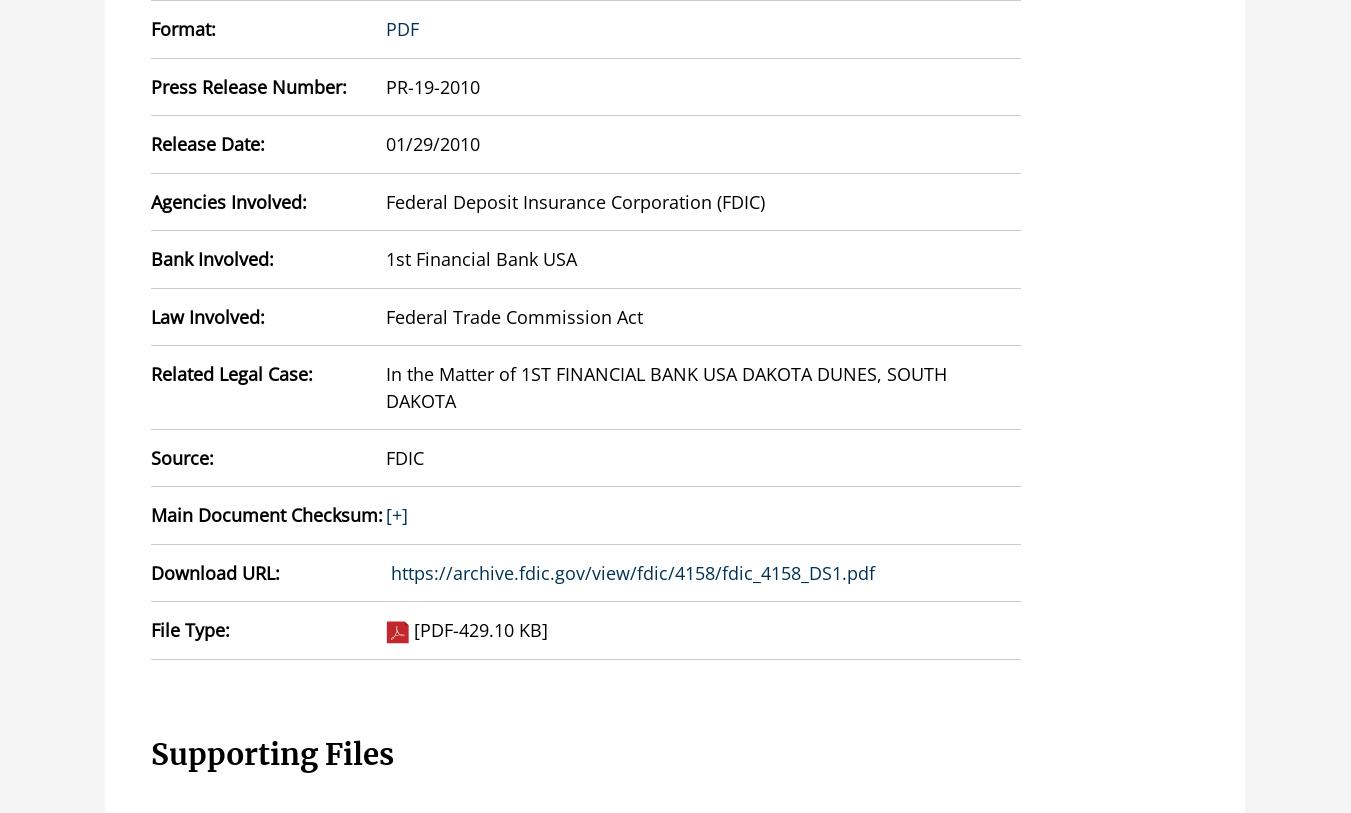  What do you see at coordinates (190, 629) in the screenshot?
I see `'File Type:'` at bounding box center [190, 629].